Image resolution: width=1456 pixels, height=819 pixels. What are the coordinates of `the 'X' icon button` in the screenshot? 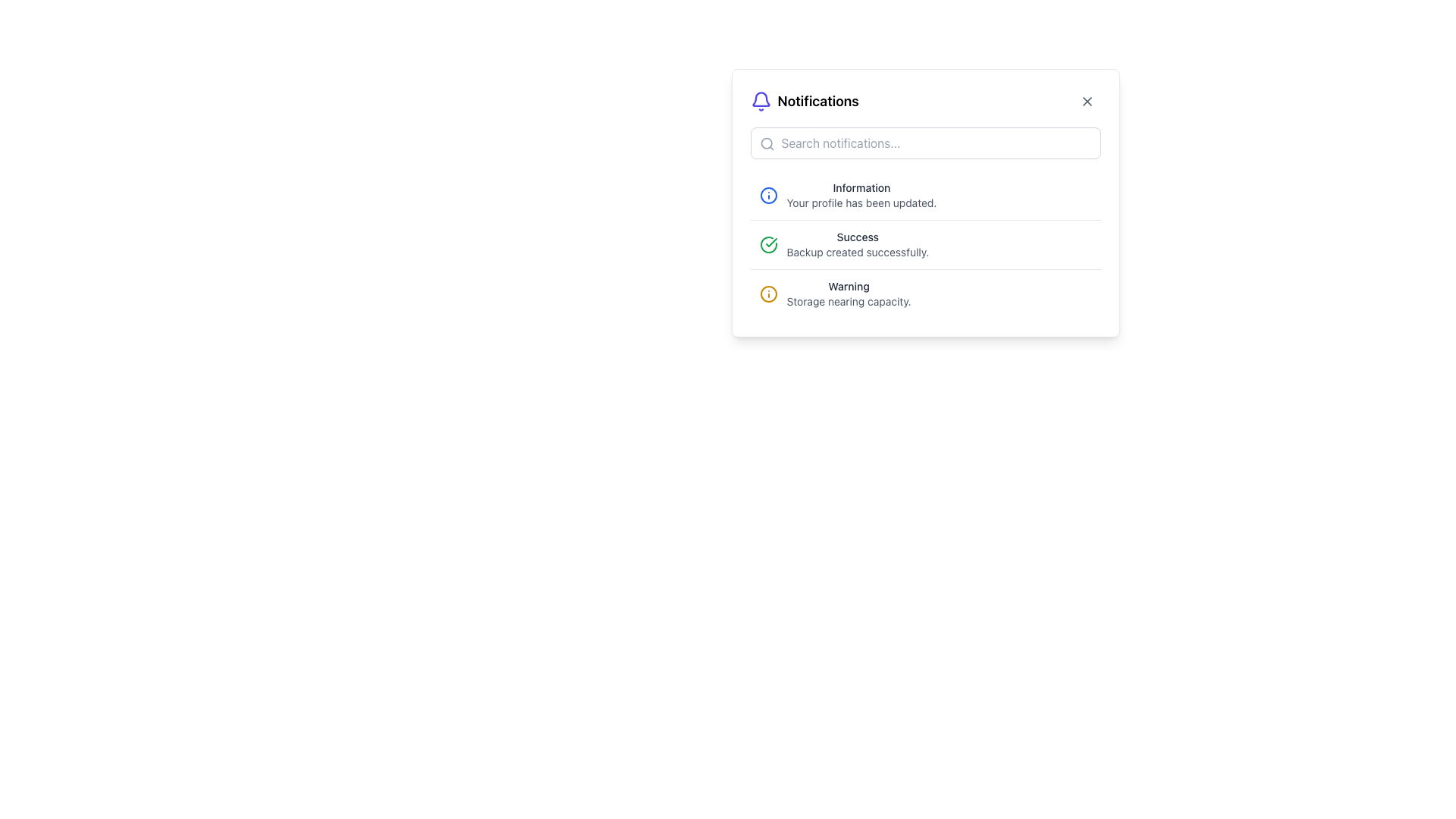 It's located at (1086, 102).